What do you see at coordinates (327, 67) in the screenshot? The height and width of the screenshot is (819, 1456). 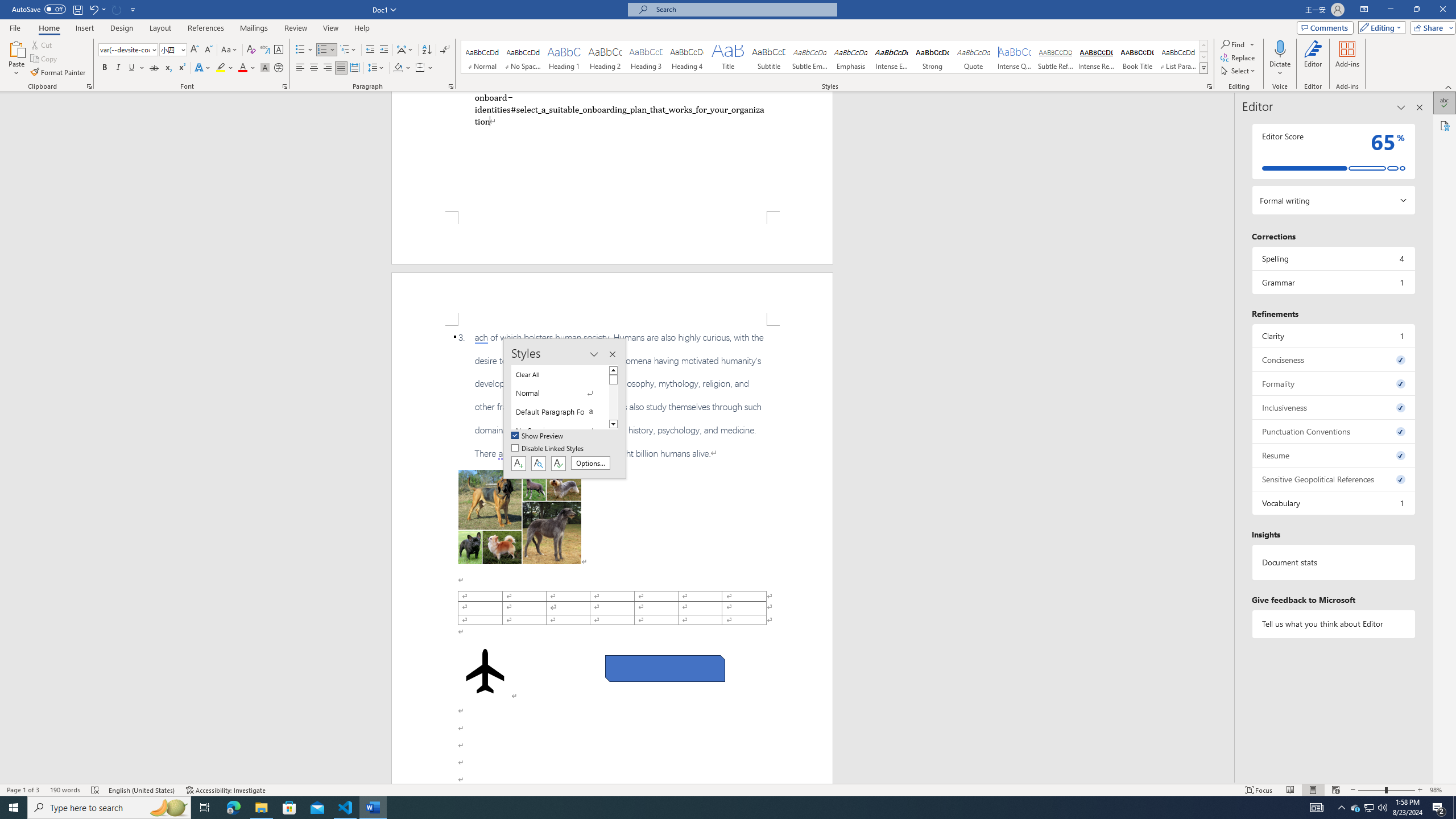 I see `'Align Right'` at bounding box center [327, 67].